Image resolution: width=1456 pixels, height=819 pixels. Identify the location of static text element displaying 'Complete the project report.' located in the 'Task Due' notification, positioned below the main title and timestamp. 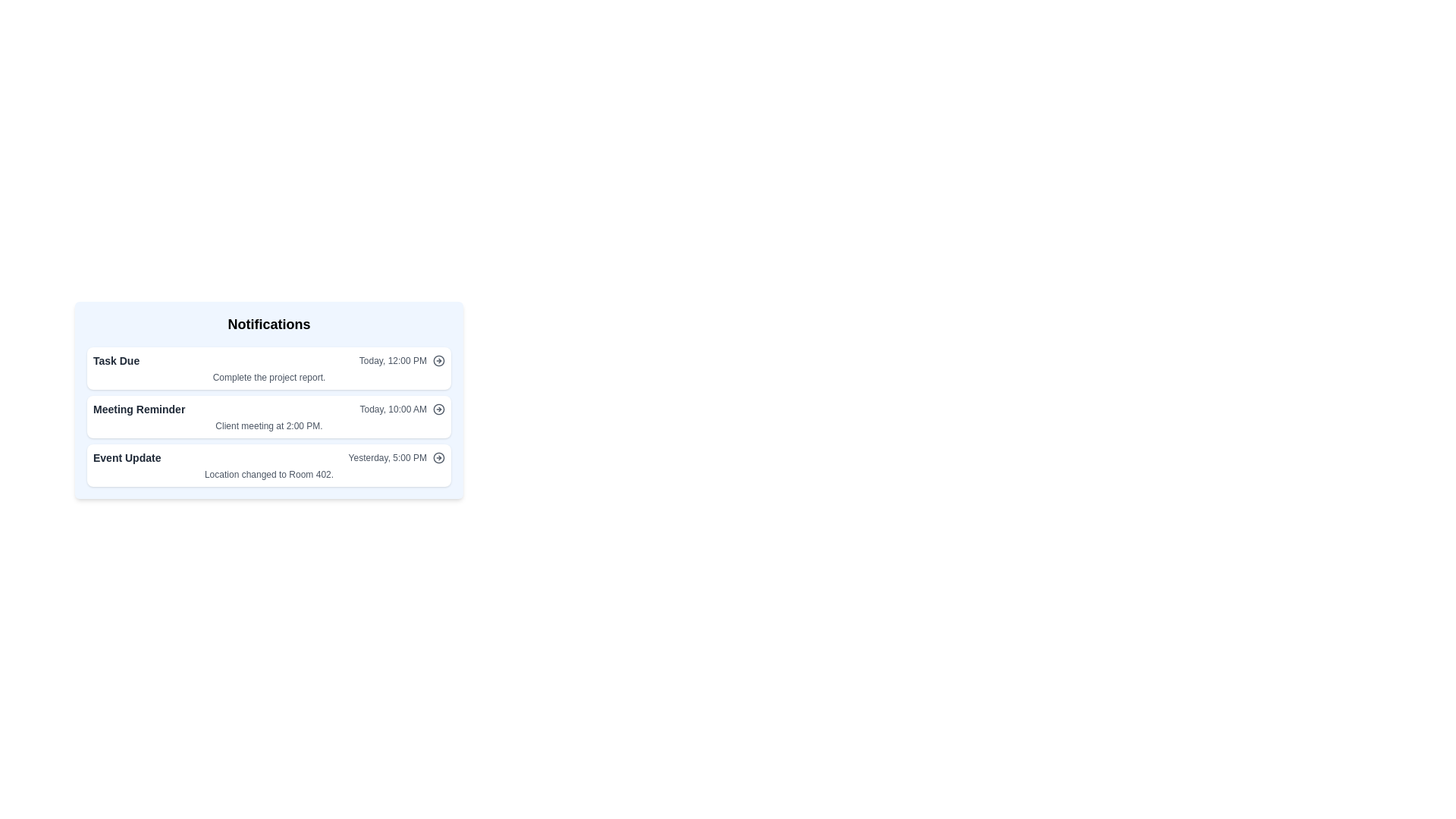
(269, 376).